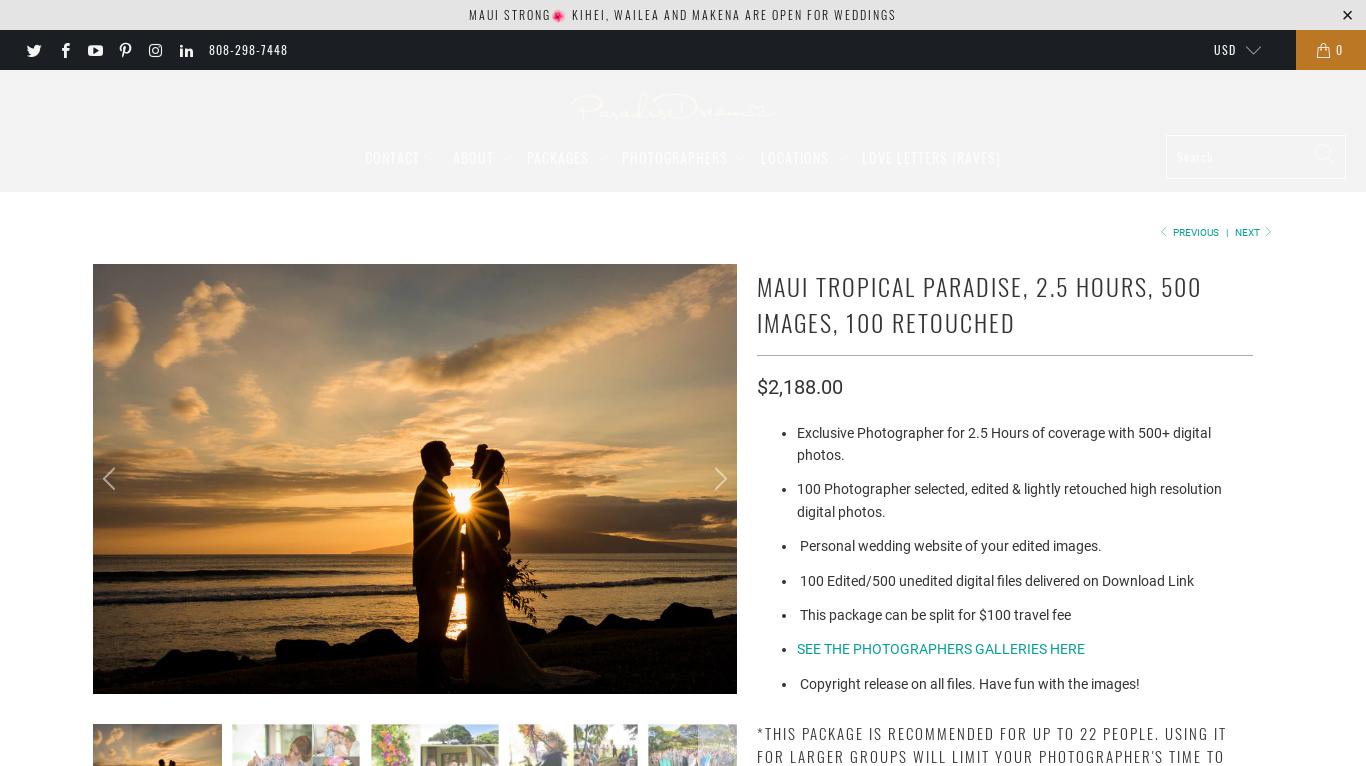  I want to click on 'Photographers', so click(675, 155).